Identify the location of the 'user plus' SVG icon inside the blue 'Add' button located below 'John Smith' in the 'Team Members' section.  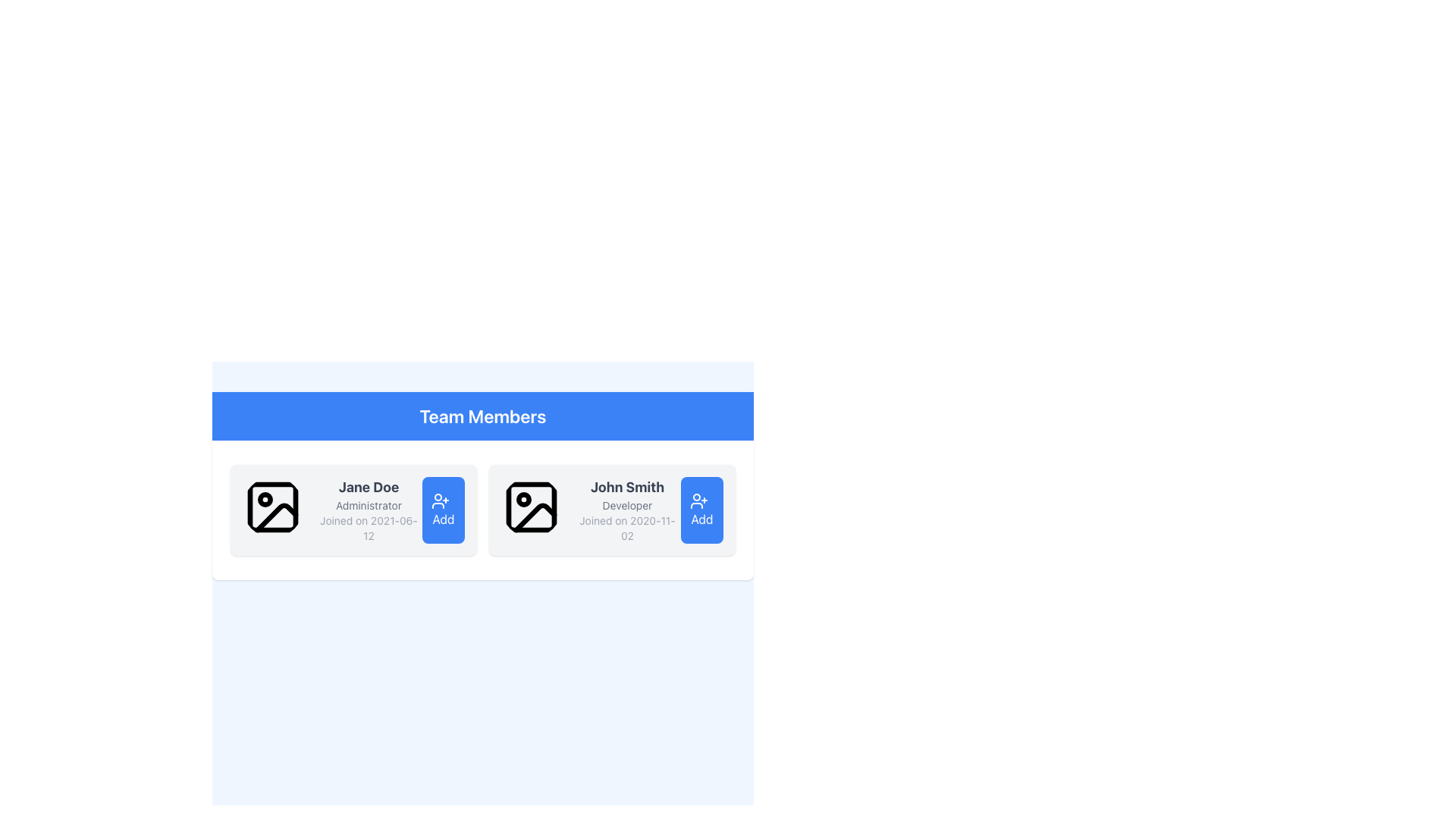
(698, 500).